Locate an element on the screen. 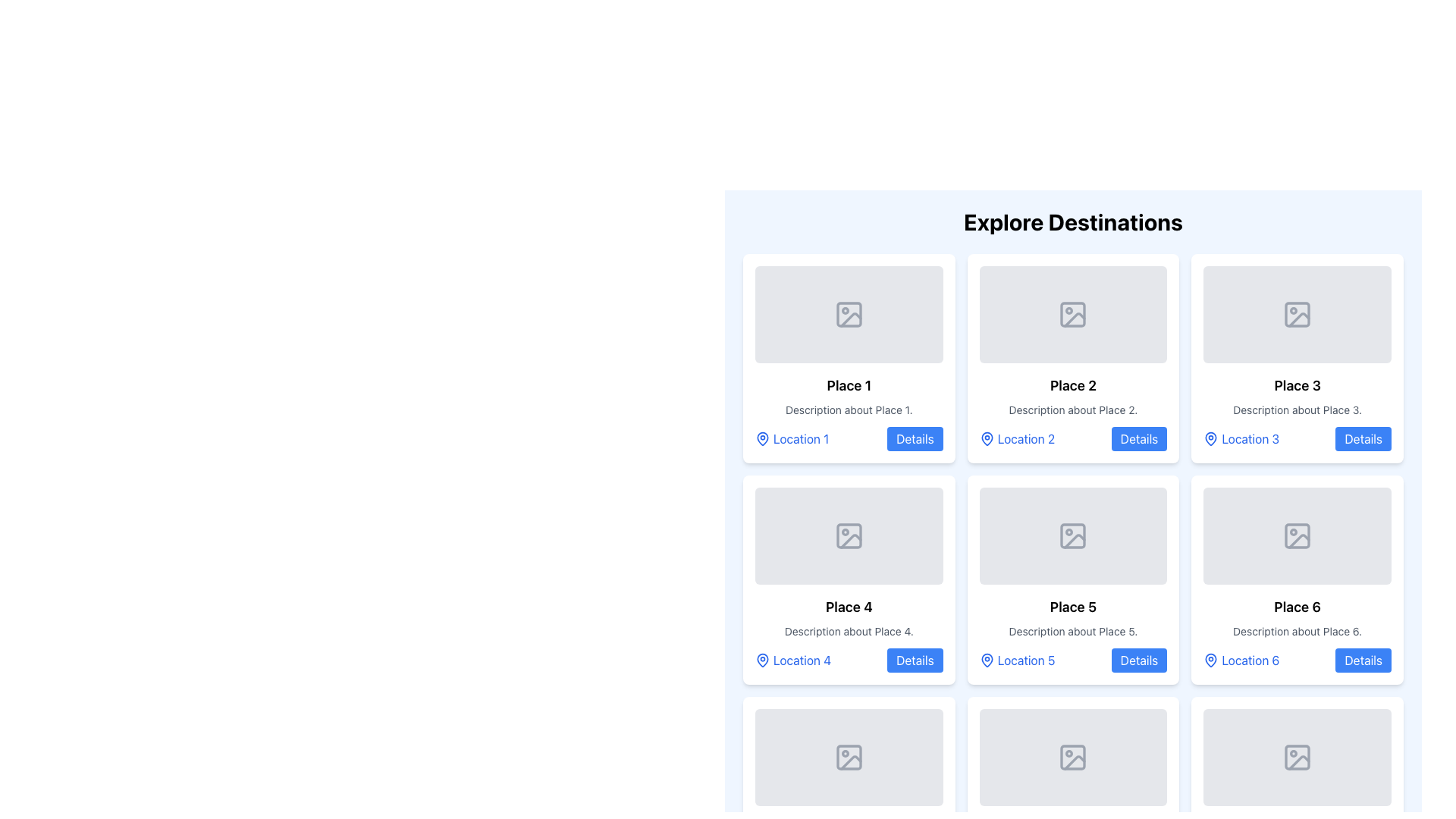 The height and width of the screenshot is (819, 1456). the 'Location 6' link in the bottom-right of the 'Place 6' box to interact with it is located at coordinates (1297, 660).